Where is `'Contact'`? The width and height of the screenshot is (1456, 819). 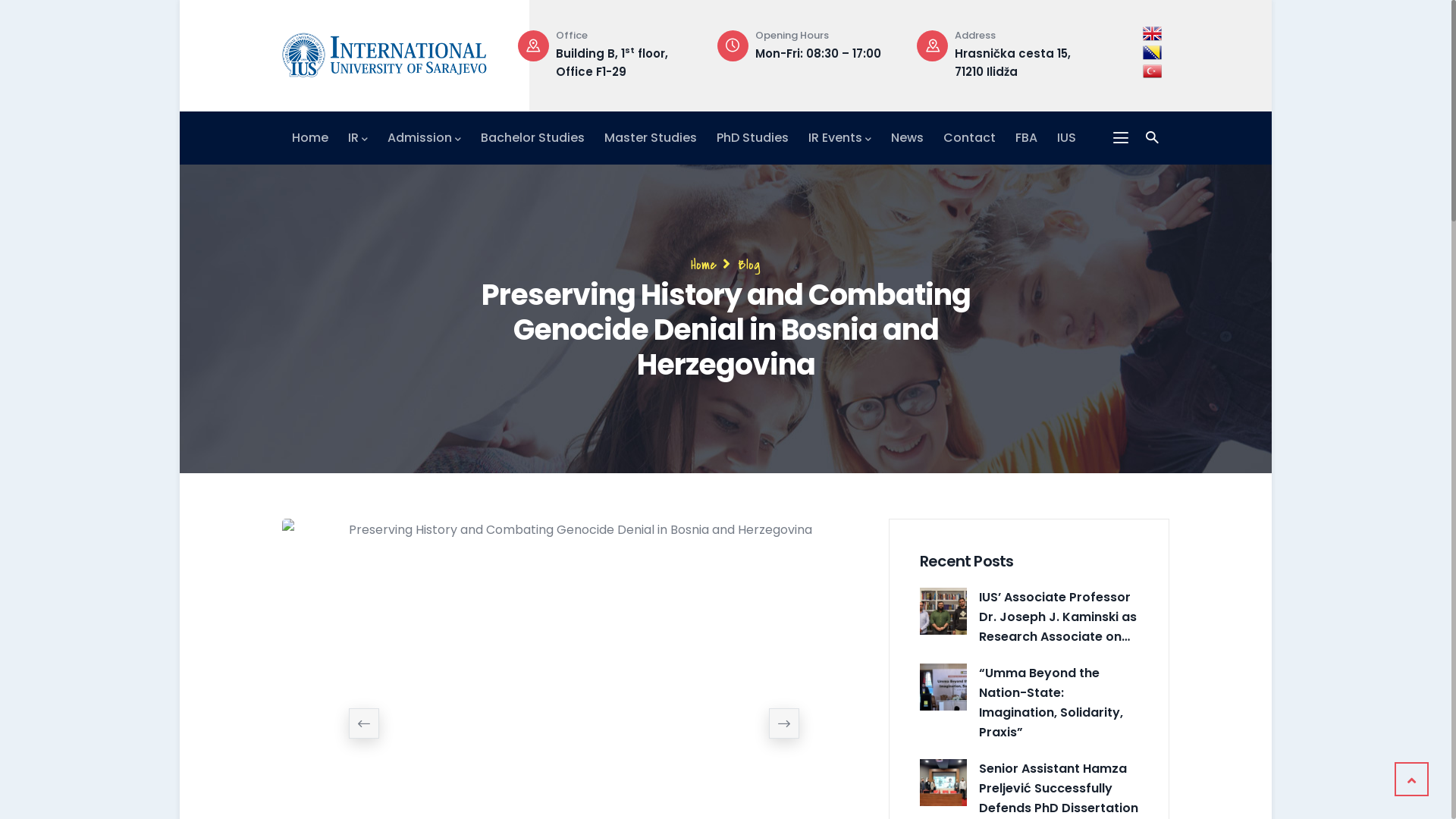 'Contact' is located at coordinates (968, 137).